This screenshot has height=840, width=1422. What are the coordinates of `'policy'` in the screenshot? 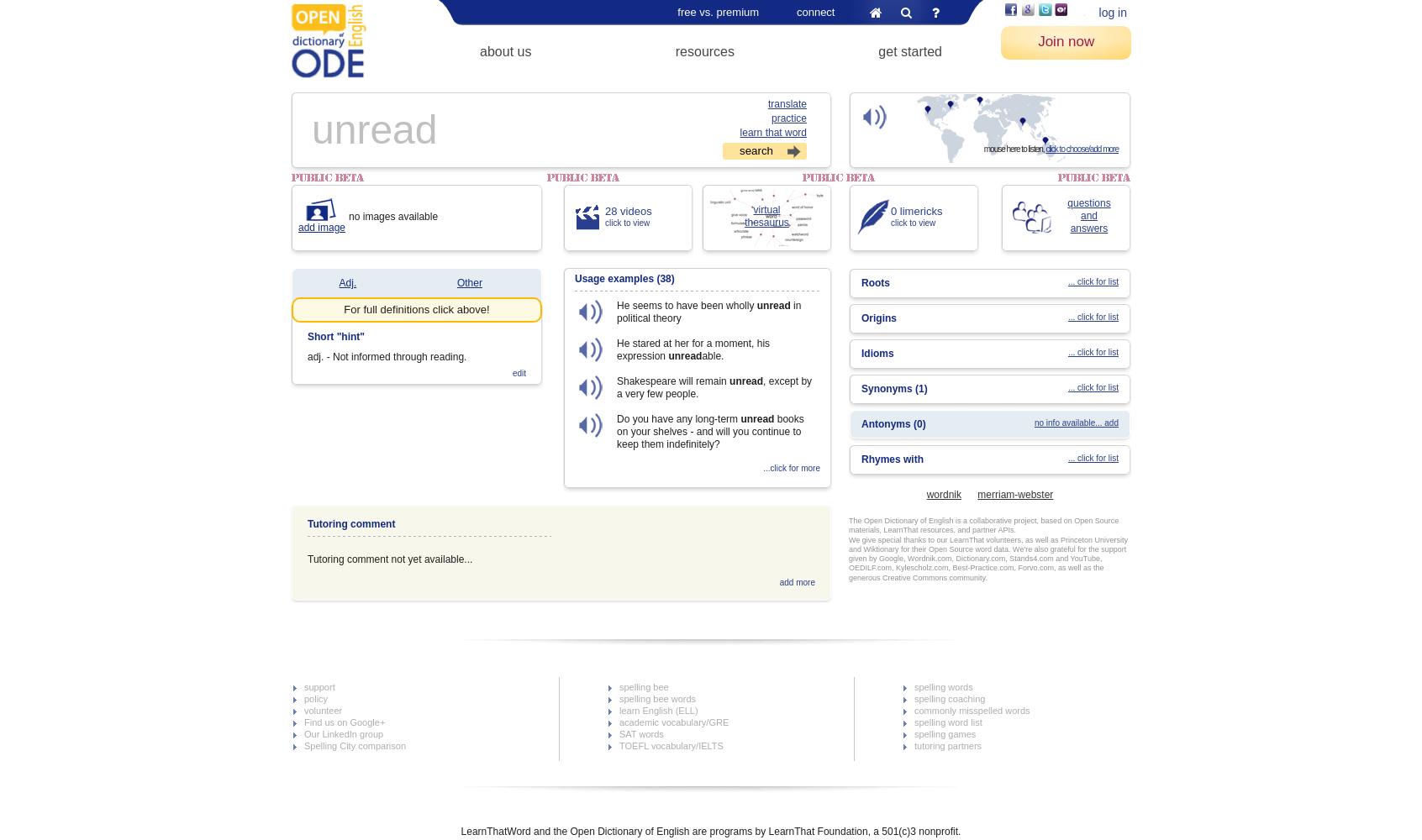 It's located at (315, 698).